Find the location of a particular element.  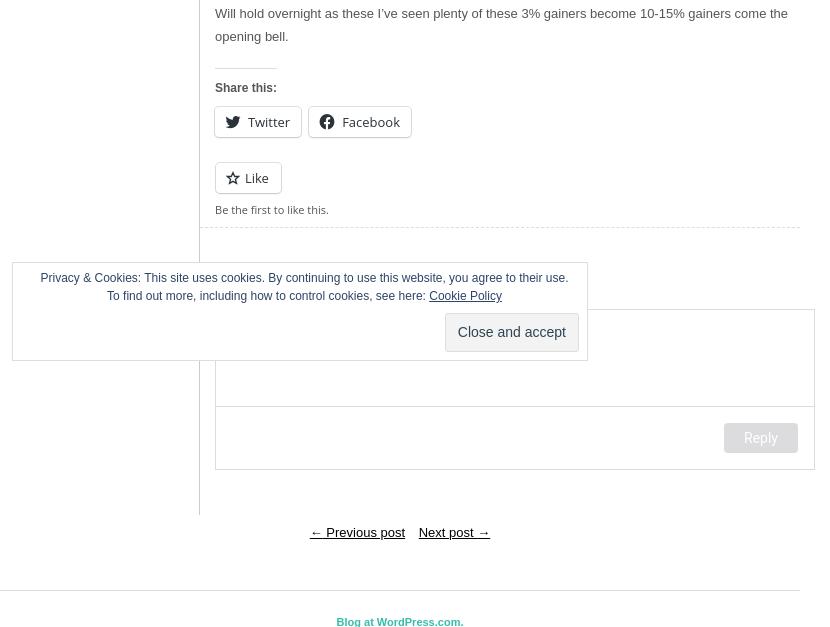

'Reply' is located at coordinates (761, 438).